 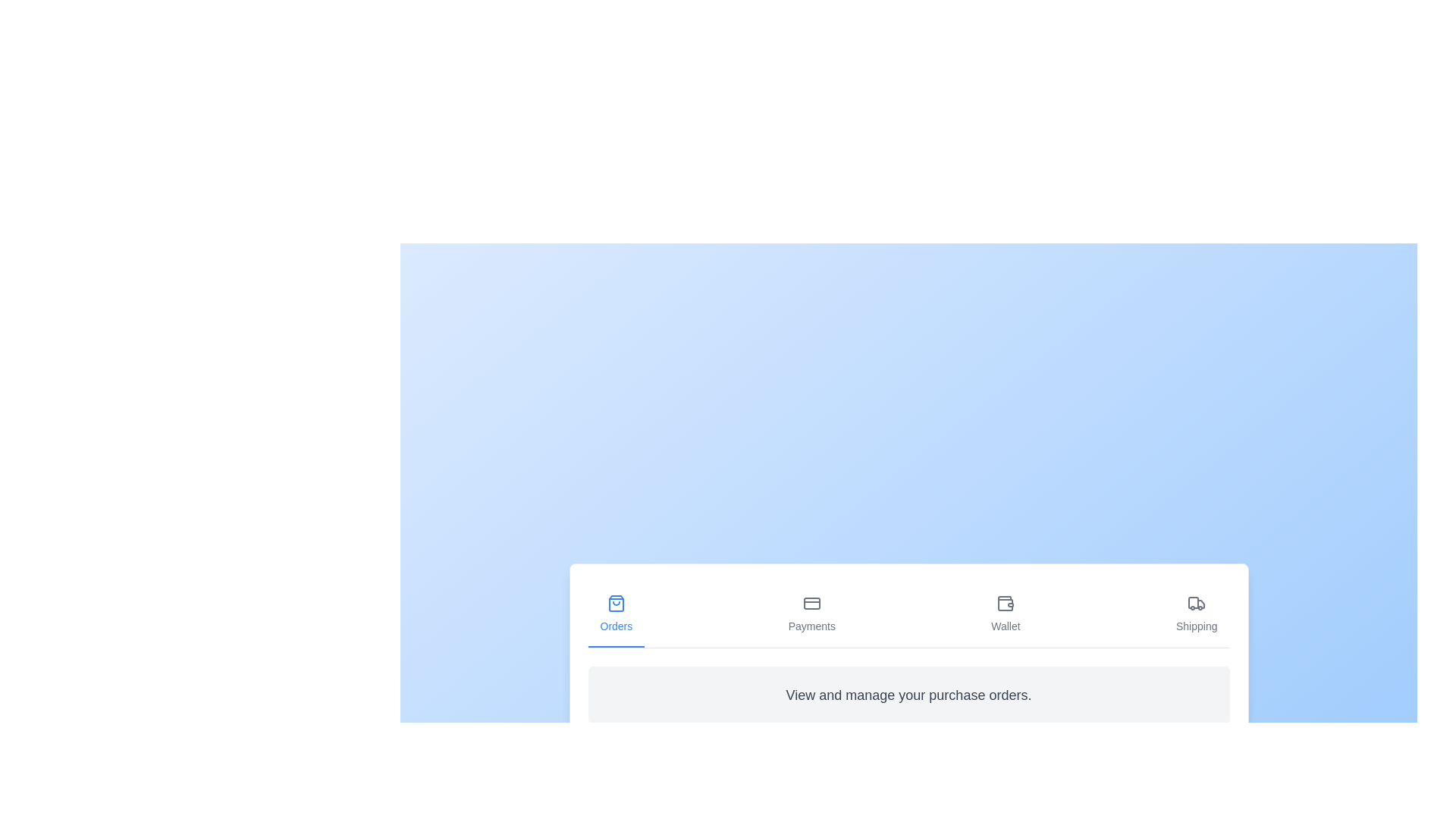 What do you see at coordinates (616, 614) in the screenshot?
I see `the 'Orders' navigation button located in the top-left corner of the interface` at bounding box center [616, 614].